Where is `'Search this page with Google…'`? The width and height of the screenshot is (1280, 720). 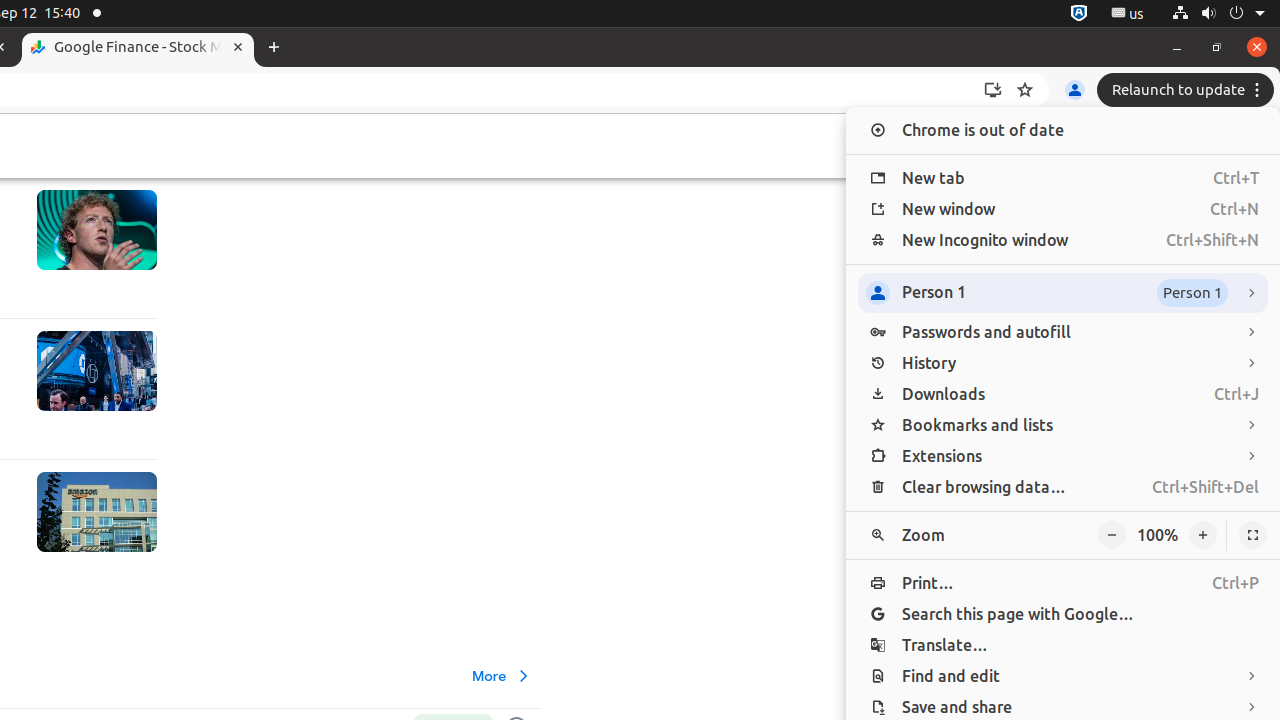
'Search this page with Google…' is located at coordinates (1062, 613).